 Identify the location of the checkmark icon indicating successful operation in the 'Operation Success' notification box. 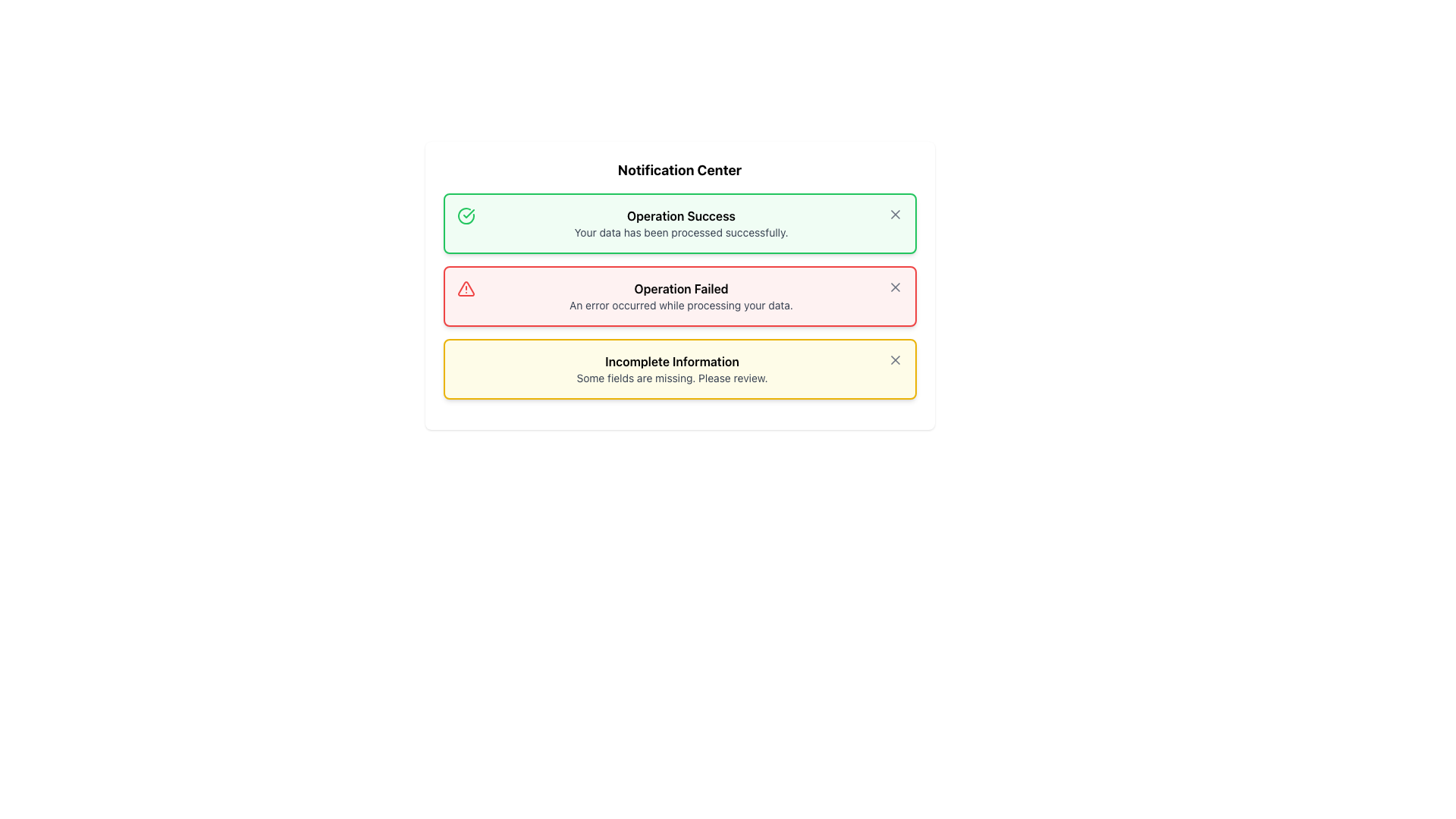
(468, 213).